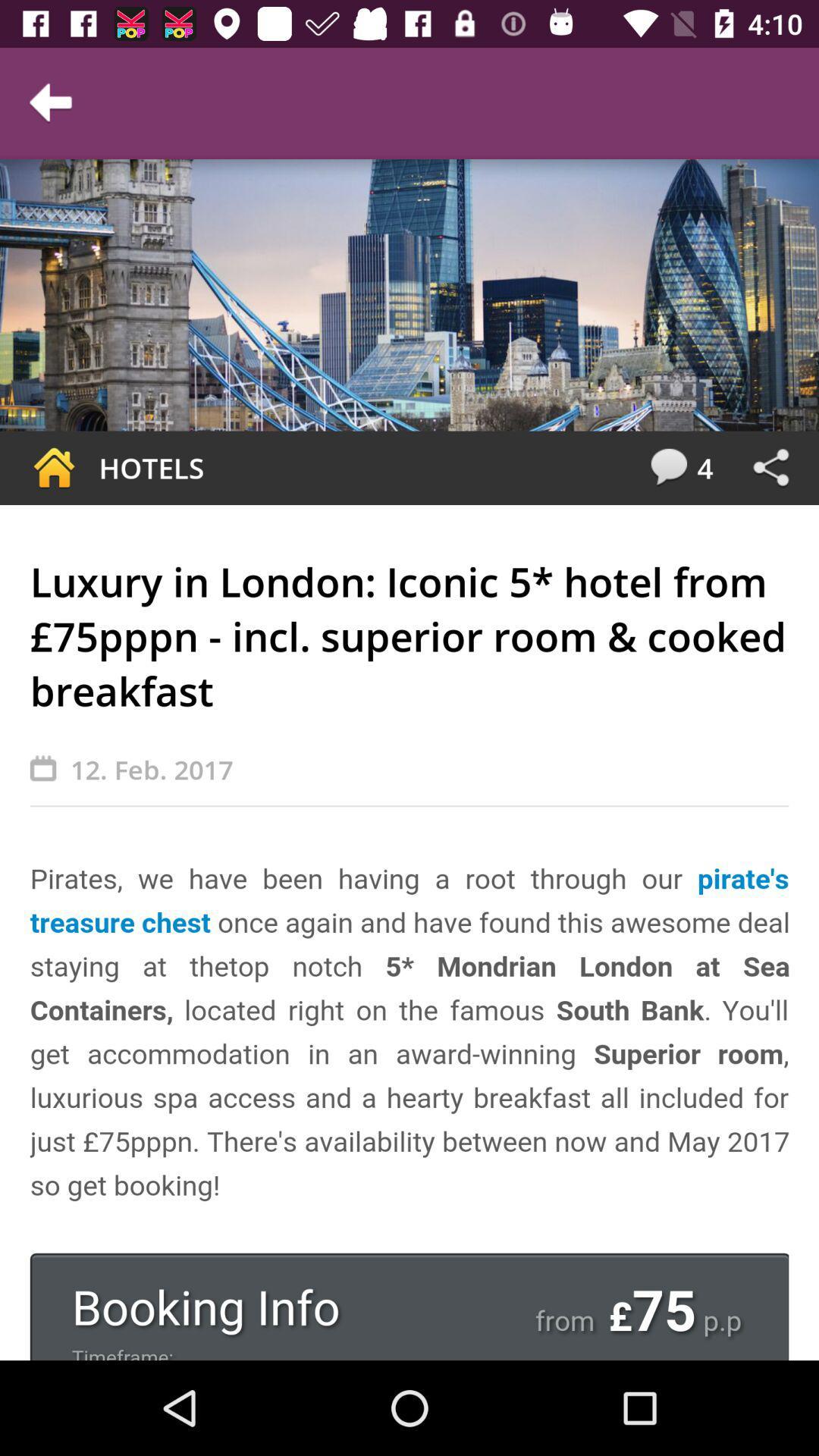 The width and height of the screenshot is (819, 1456). I want to click on share this listing, so click(770, 467).